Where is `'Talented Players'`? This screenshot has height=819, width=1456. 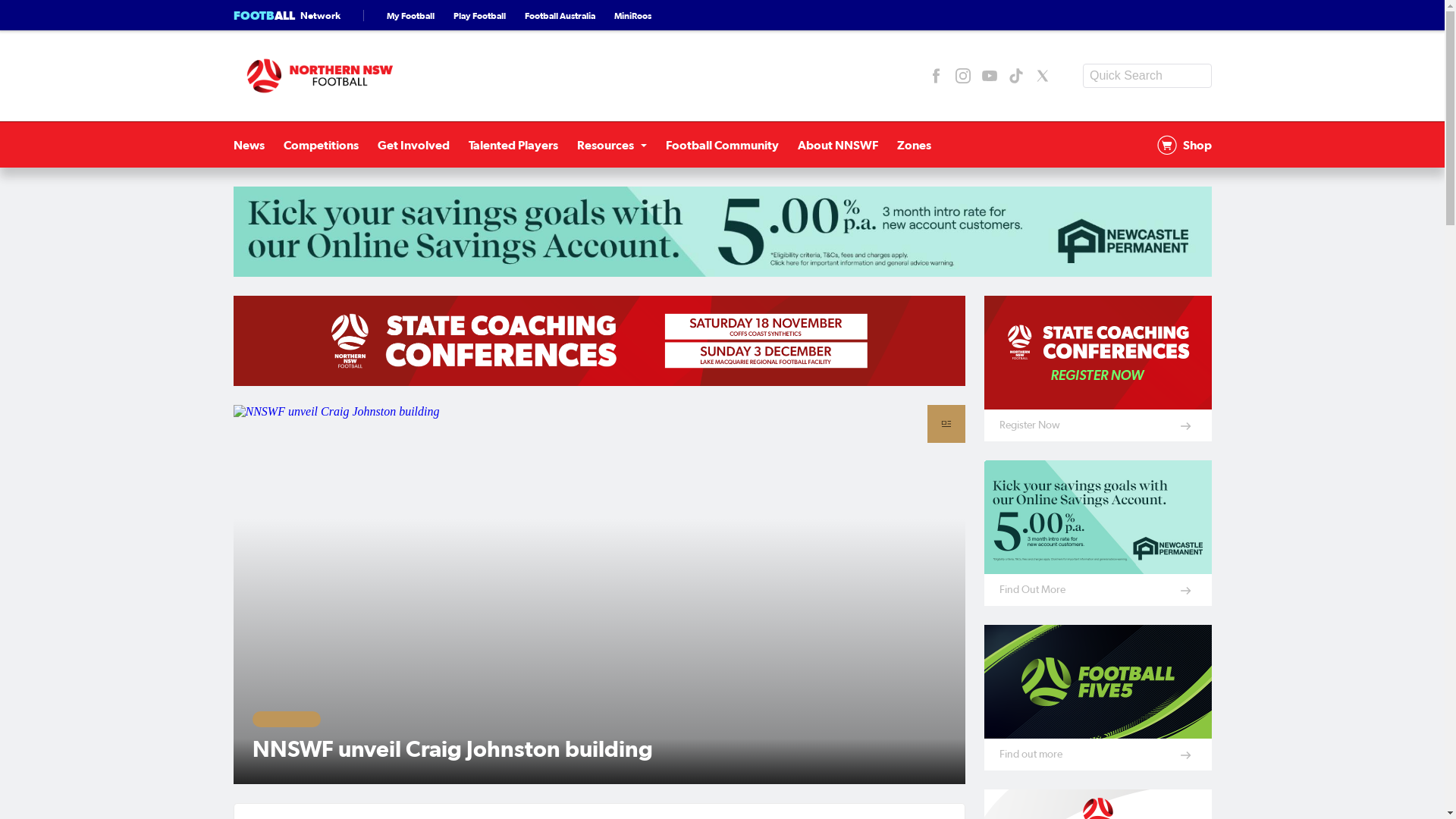 'Talented Players' is located at coordinates (513, 145).